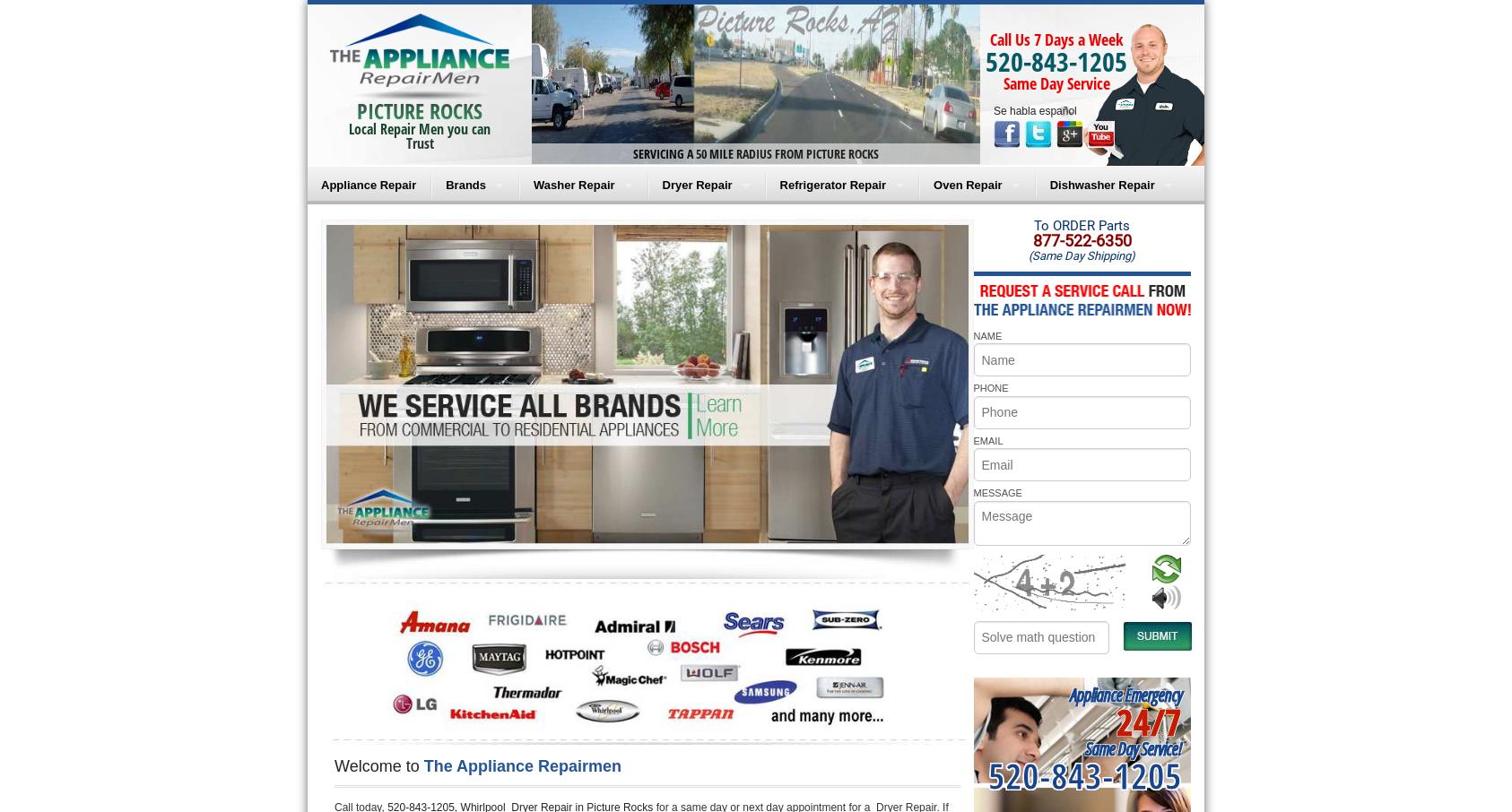 The image size is (1512, 812). What do you see at coordinates (1084, 747) in the screenshot?
I see `'Same Day Service!'` at bounding box center [1084, 747].